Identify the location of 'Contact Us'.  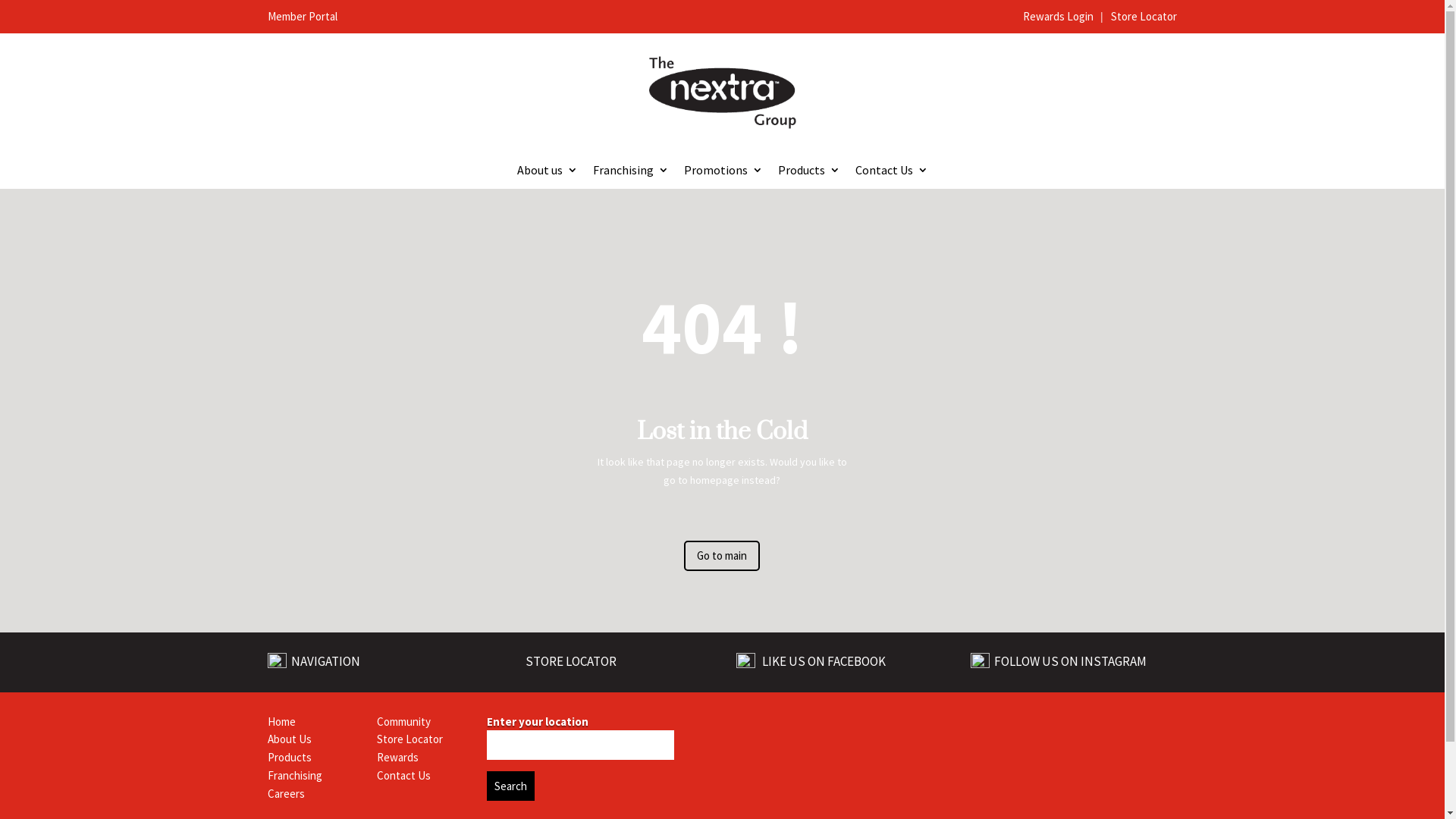
(892, 171).